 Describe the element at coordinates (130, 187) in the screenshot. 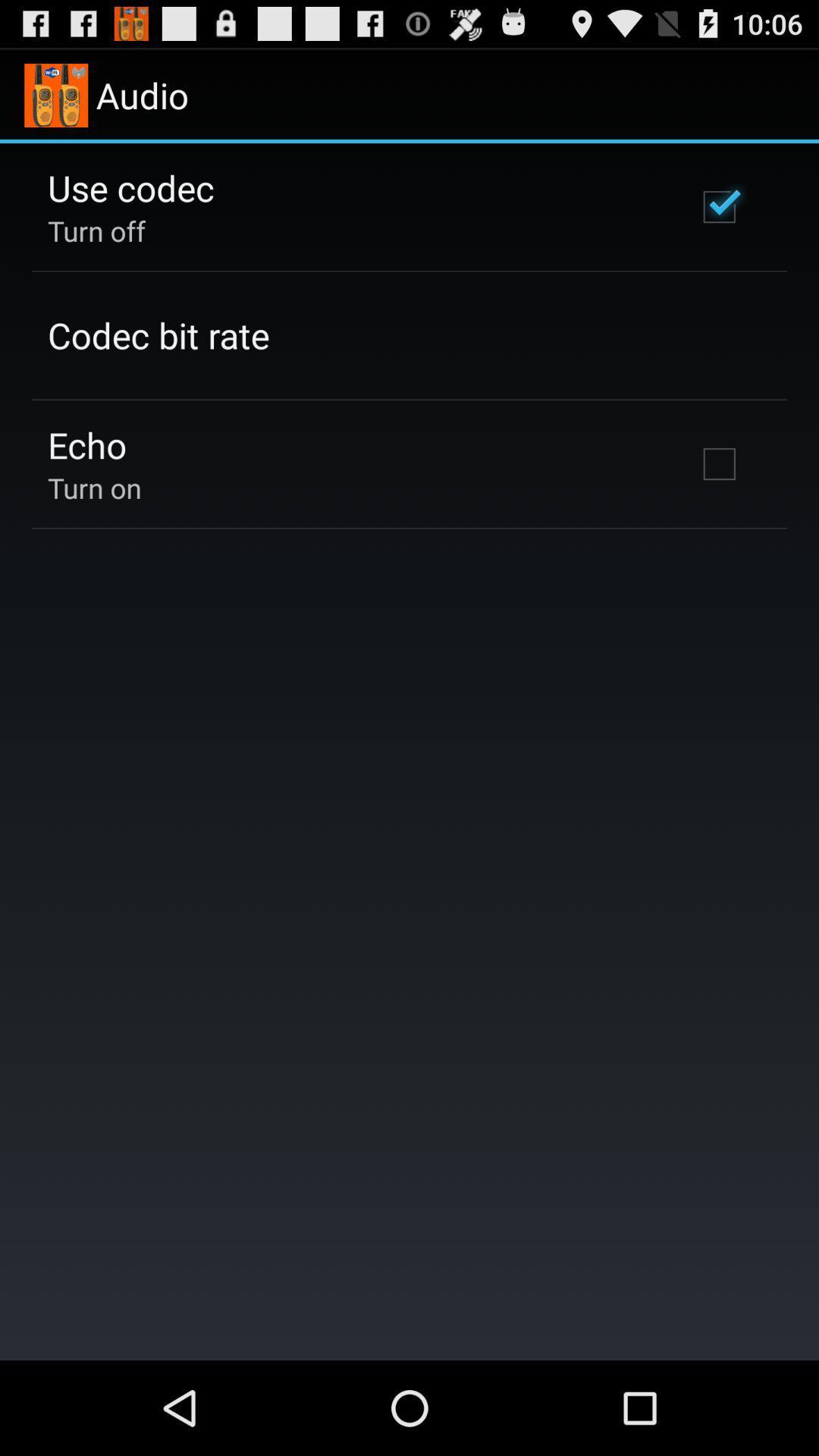

I see `the item above turn off item` at that location.